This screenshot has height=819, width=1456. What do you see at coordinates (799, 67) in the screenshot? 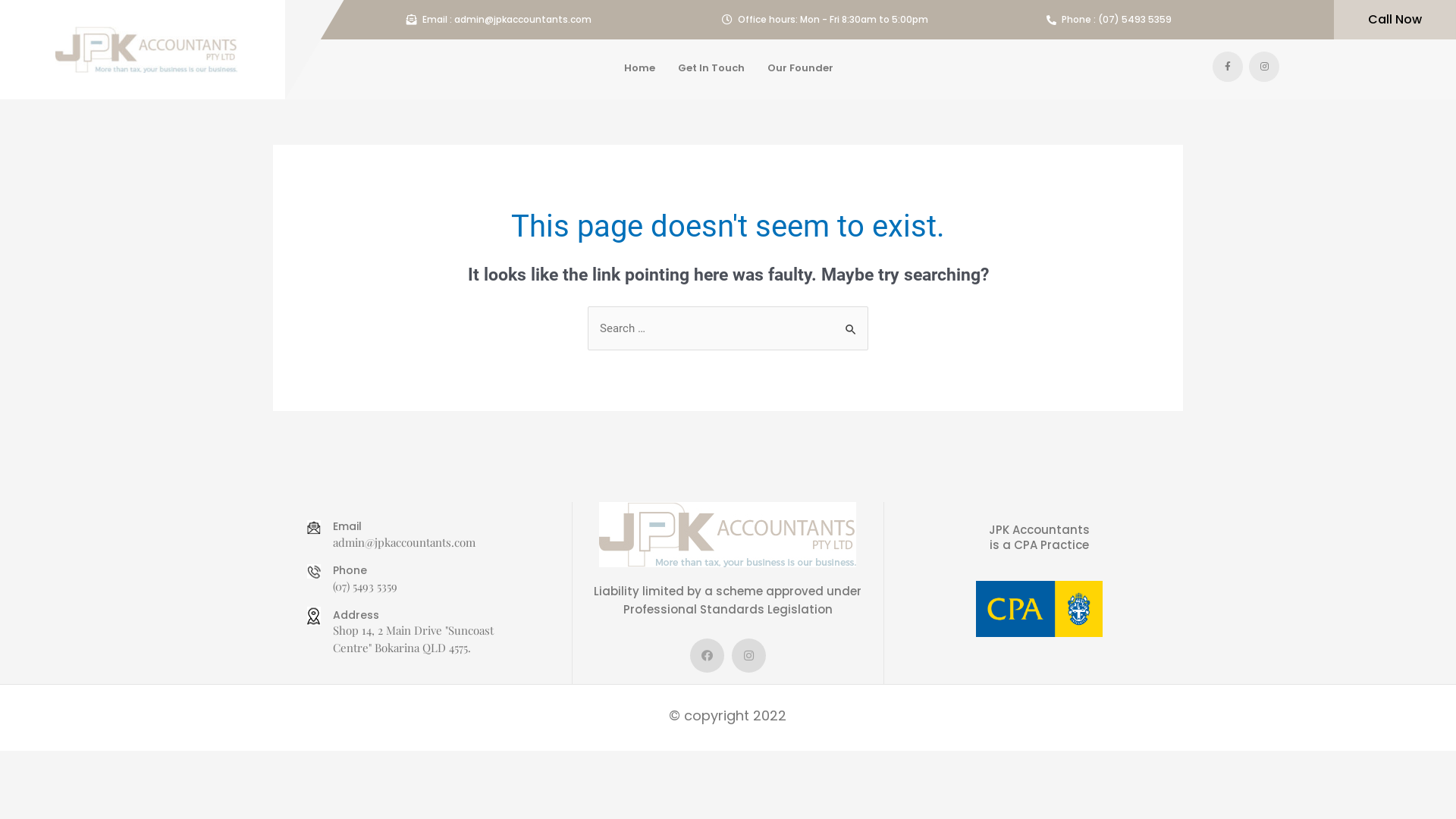
I see `'Our Founder'` at bounding box center [799, 67].